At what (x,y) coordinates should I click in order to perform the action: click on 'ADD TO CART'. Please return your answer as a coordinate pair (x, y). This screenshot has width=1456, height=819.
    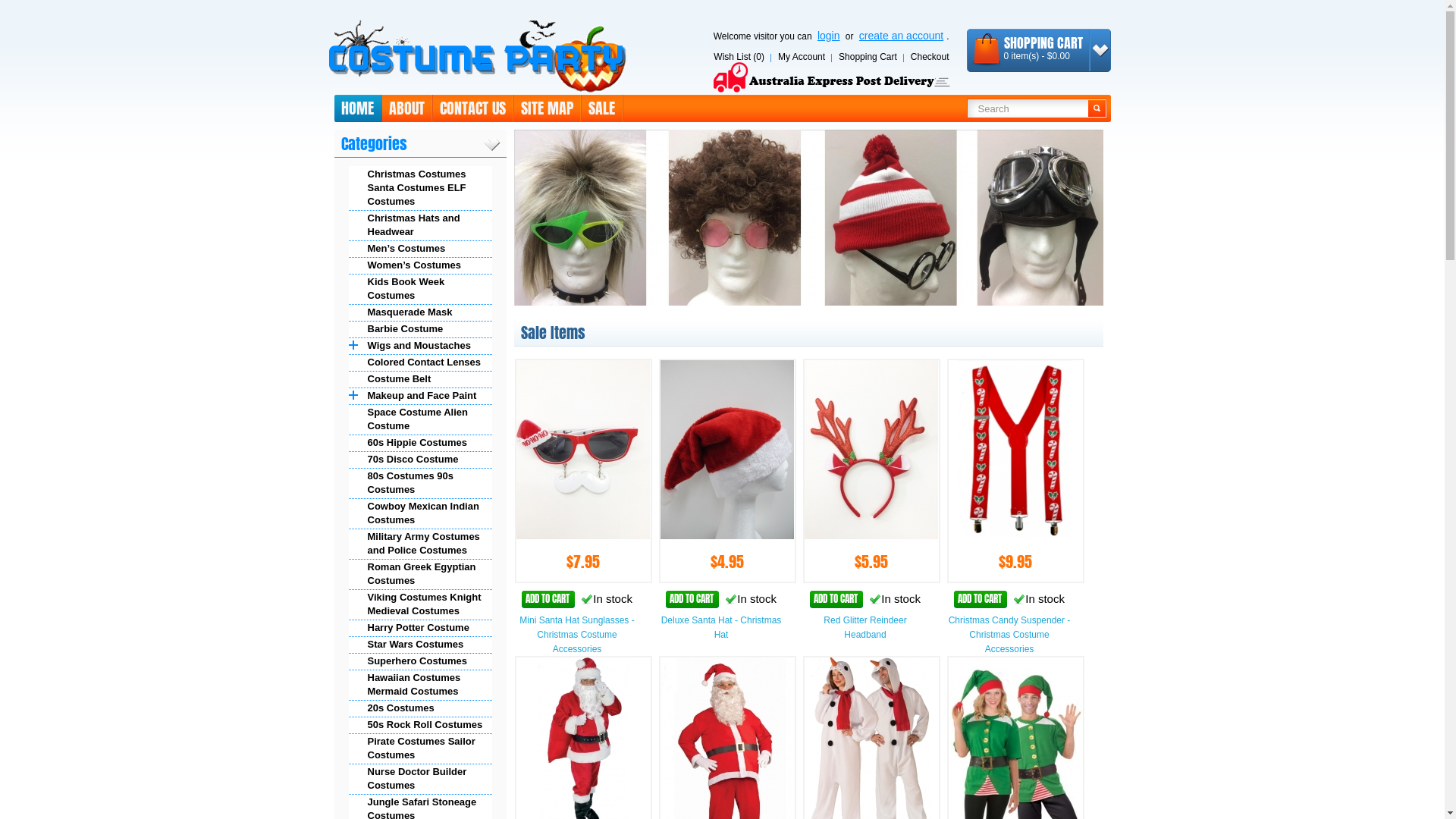
    Looking at the image, I should click on (548, 598).